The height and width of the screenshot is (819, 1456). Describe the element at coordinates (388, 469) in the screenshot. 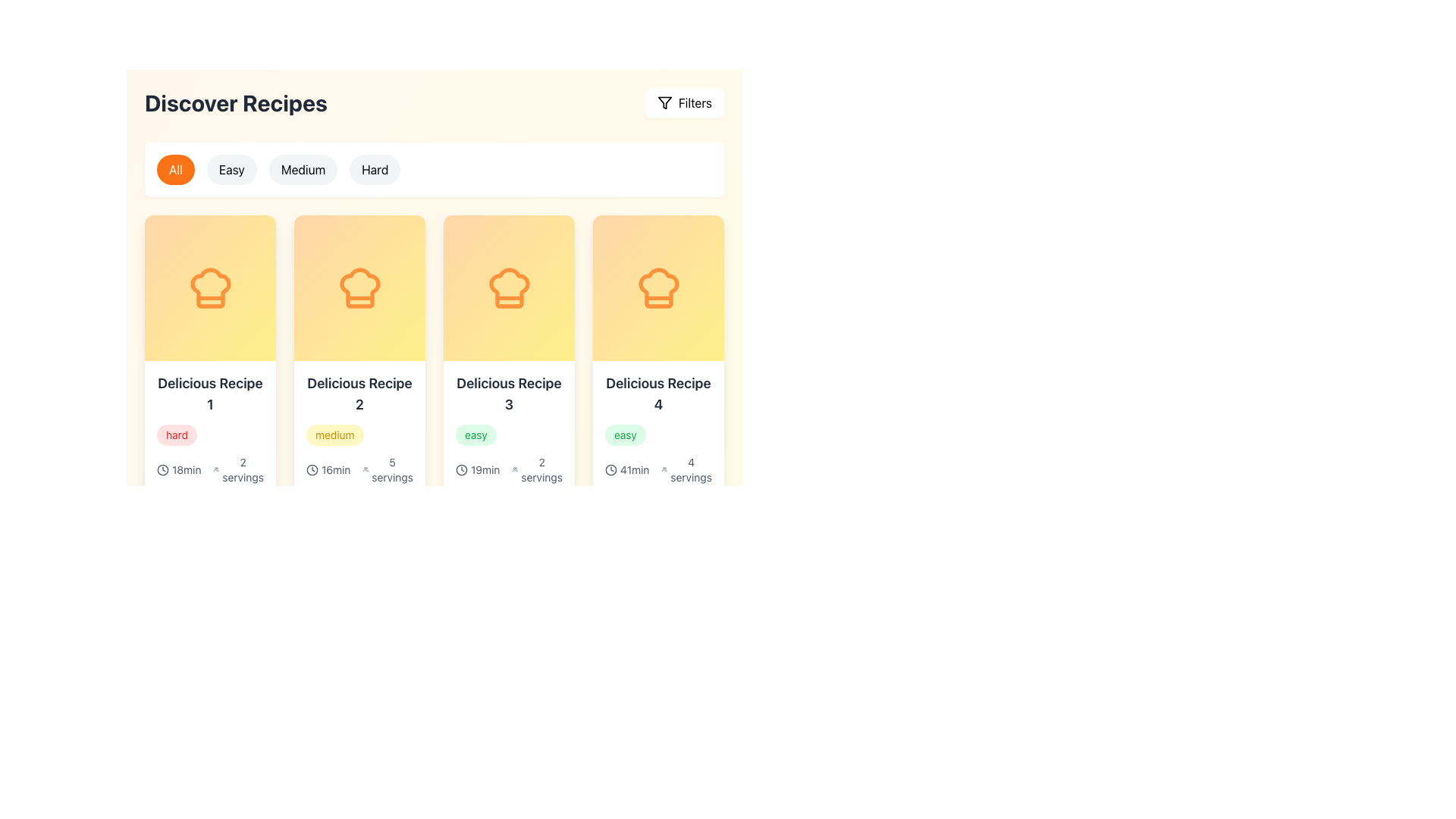

I see `the Label with Icon that indicates the number of servings expected for the associated recipe, positioned beneath the '16min' text in the grid layout` at that location.